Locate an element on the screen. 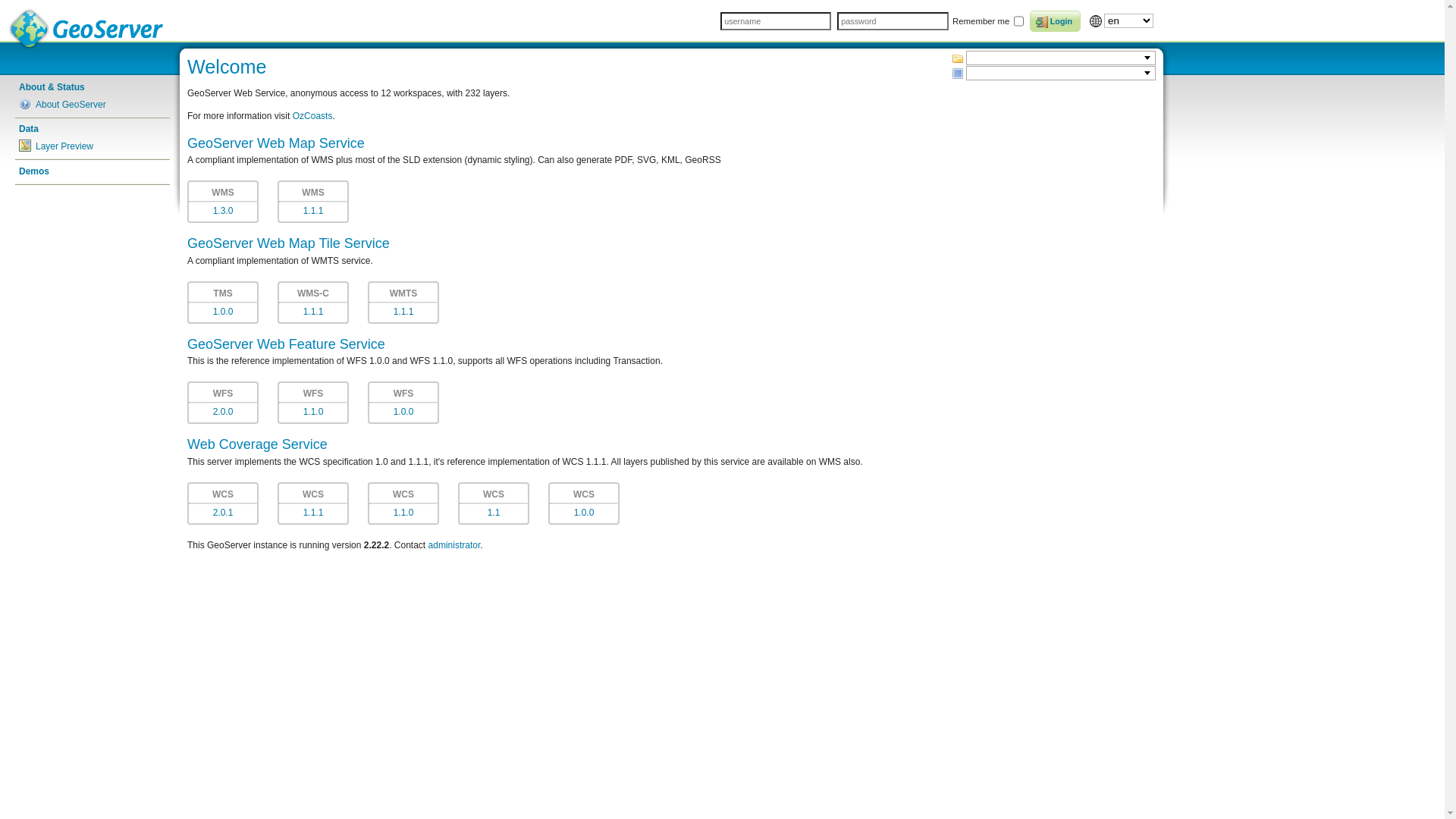 The image size is (1456, 819). 'WCS is located at coordinates (582, 503).